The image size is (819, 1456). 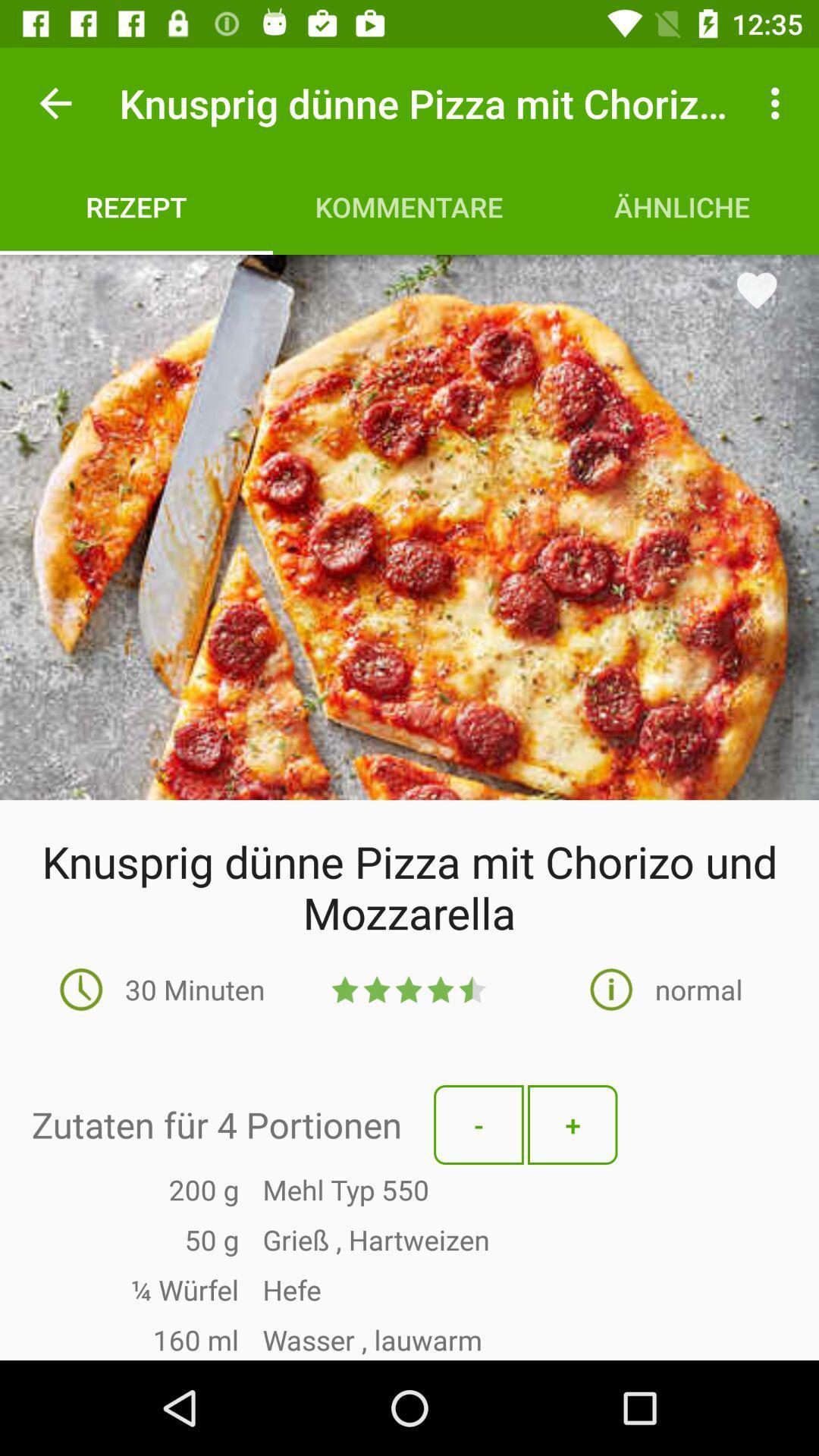 What do you see at coordinates (55, 102) in the screenshot?
I see `the item above rezept item` at bounding box center [55, 102].